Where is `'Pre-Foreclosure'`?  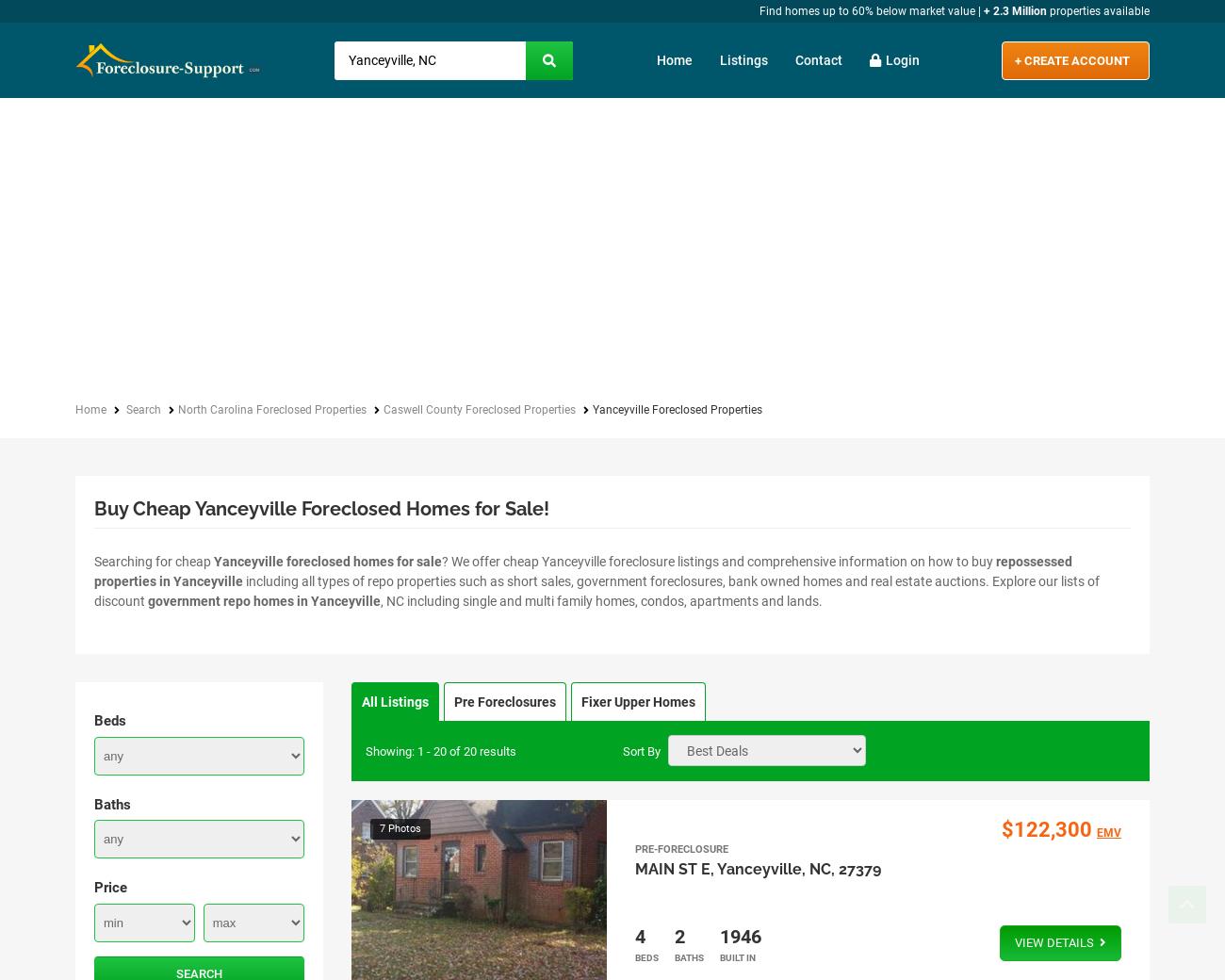
'Pre-Foreclosure' is located at coordinates (680, 847).